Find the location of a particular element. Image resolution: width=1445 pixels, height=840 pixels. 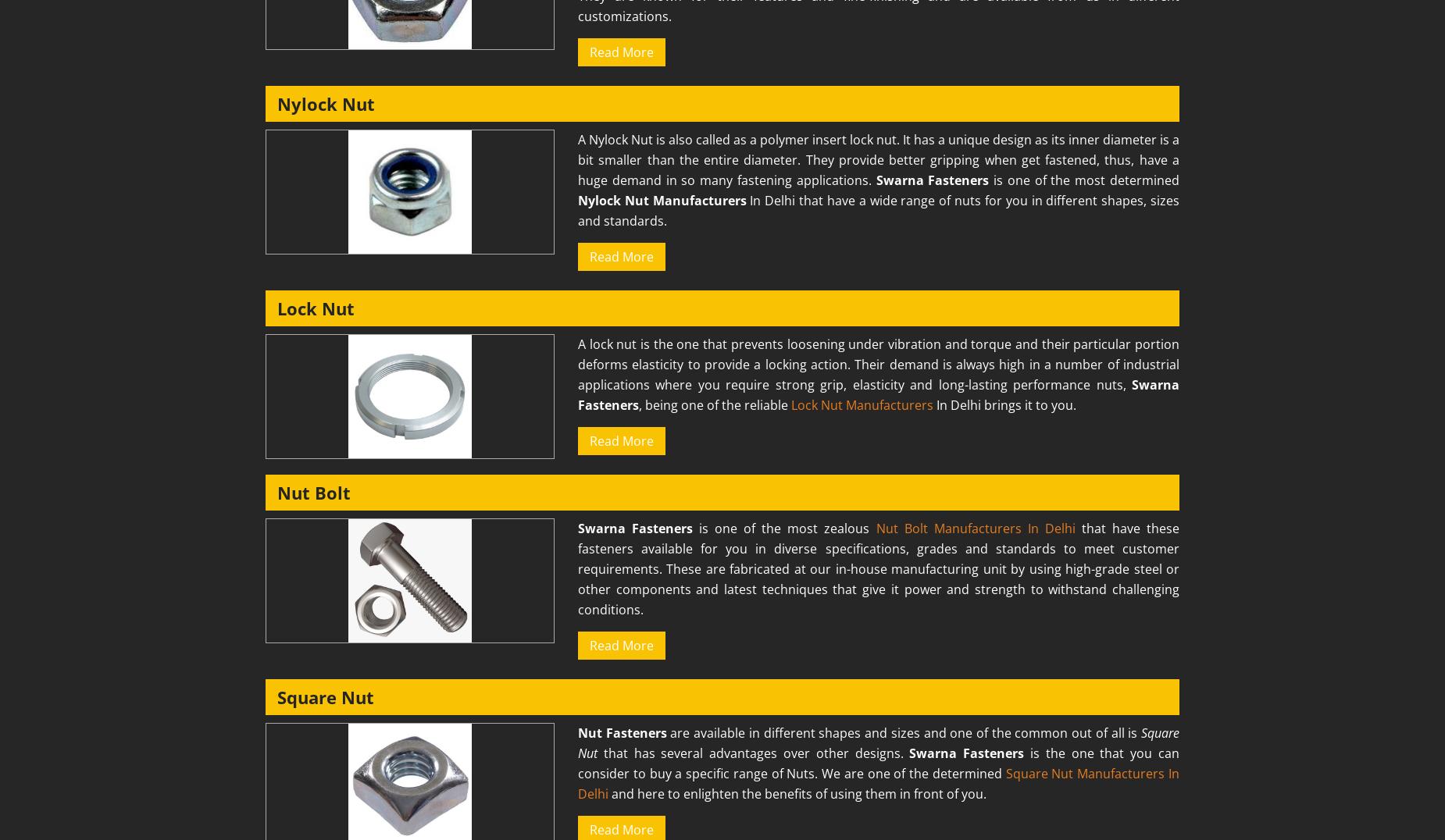

'A lock nut is the one that prevents loosening under vibration and torque and their particular portion deforms elasticity to provide a locking action. Their demand is always high in a number of industrial applications where you require strong grip, elasticity and long-lasting performance nuts,' is located at coordinates (578, 363).